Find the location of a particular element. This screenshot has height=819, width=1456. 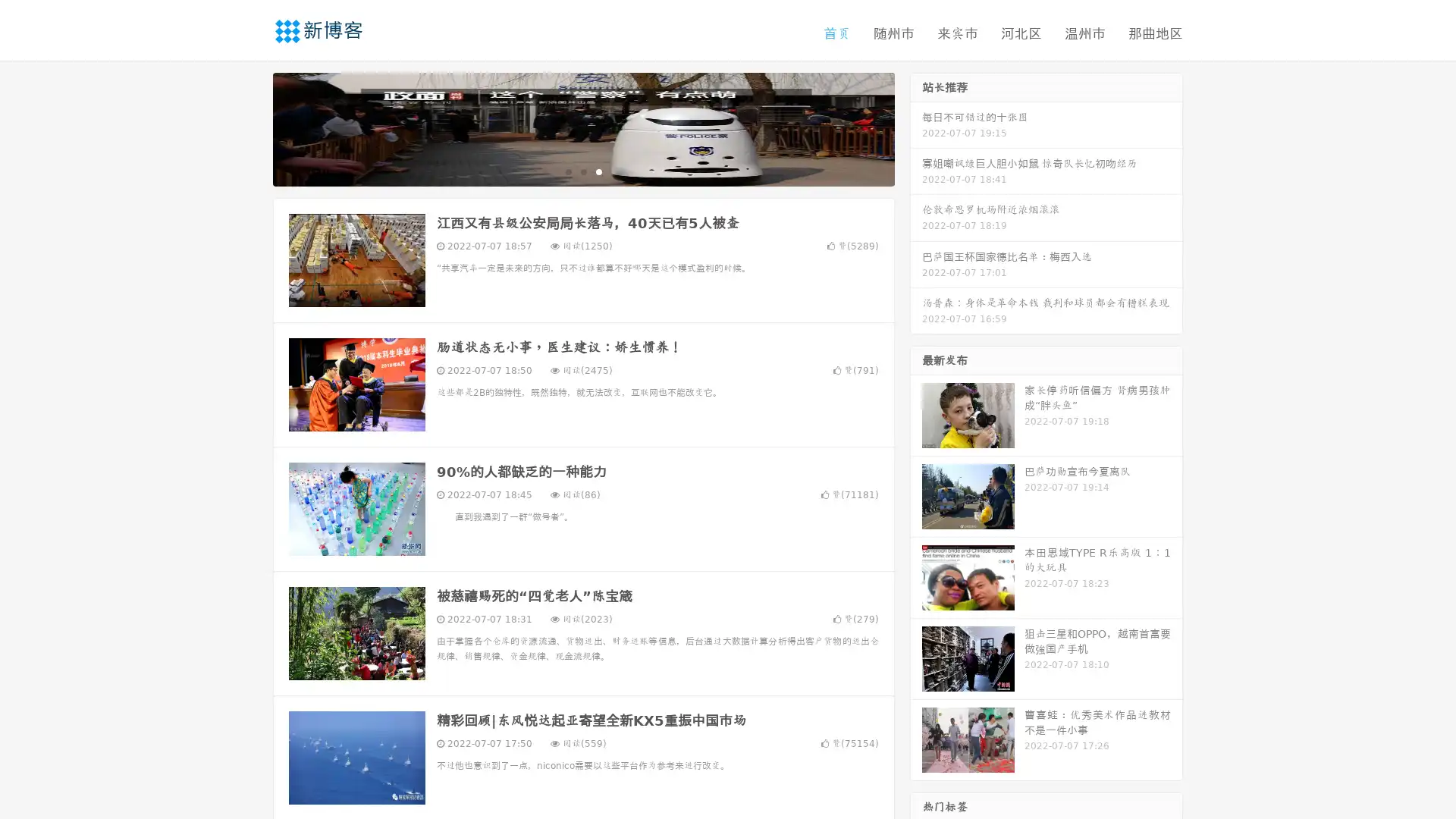

Next slide is located at coordinates (916, 127).